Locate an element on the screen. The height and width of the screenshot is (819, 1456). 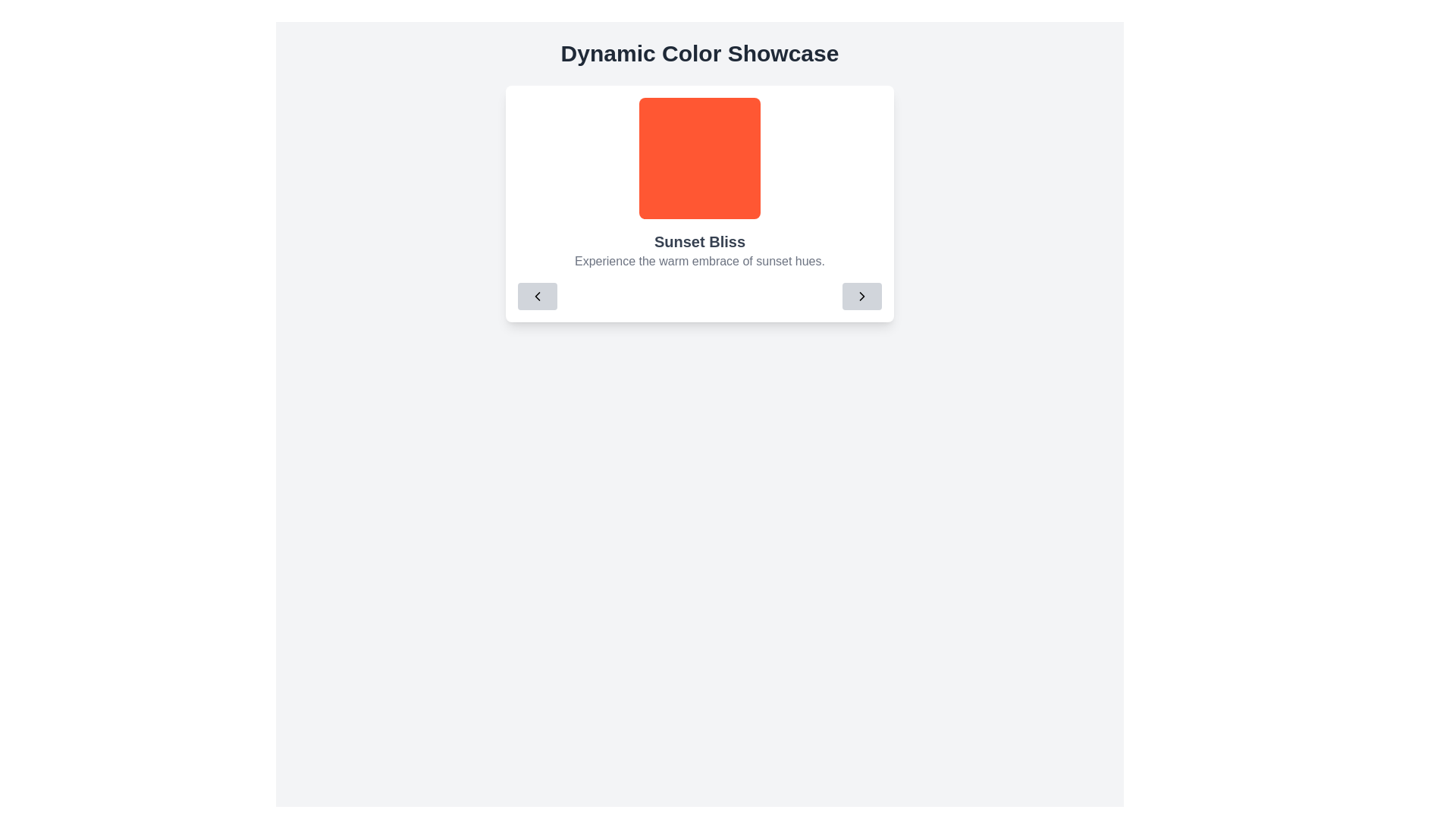
the navigational button located in the bottom right of the card is located at coordinates (862, 296).